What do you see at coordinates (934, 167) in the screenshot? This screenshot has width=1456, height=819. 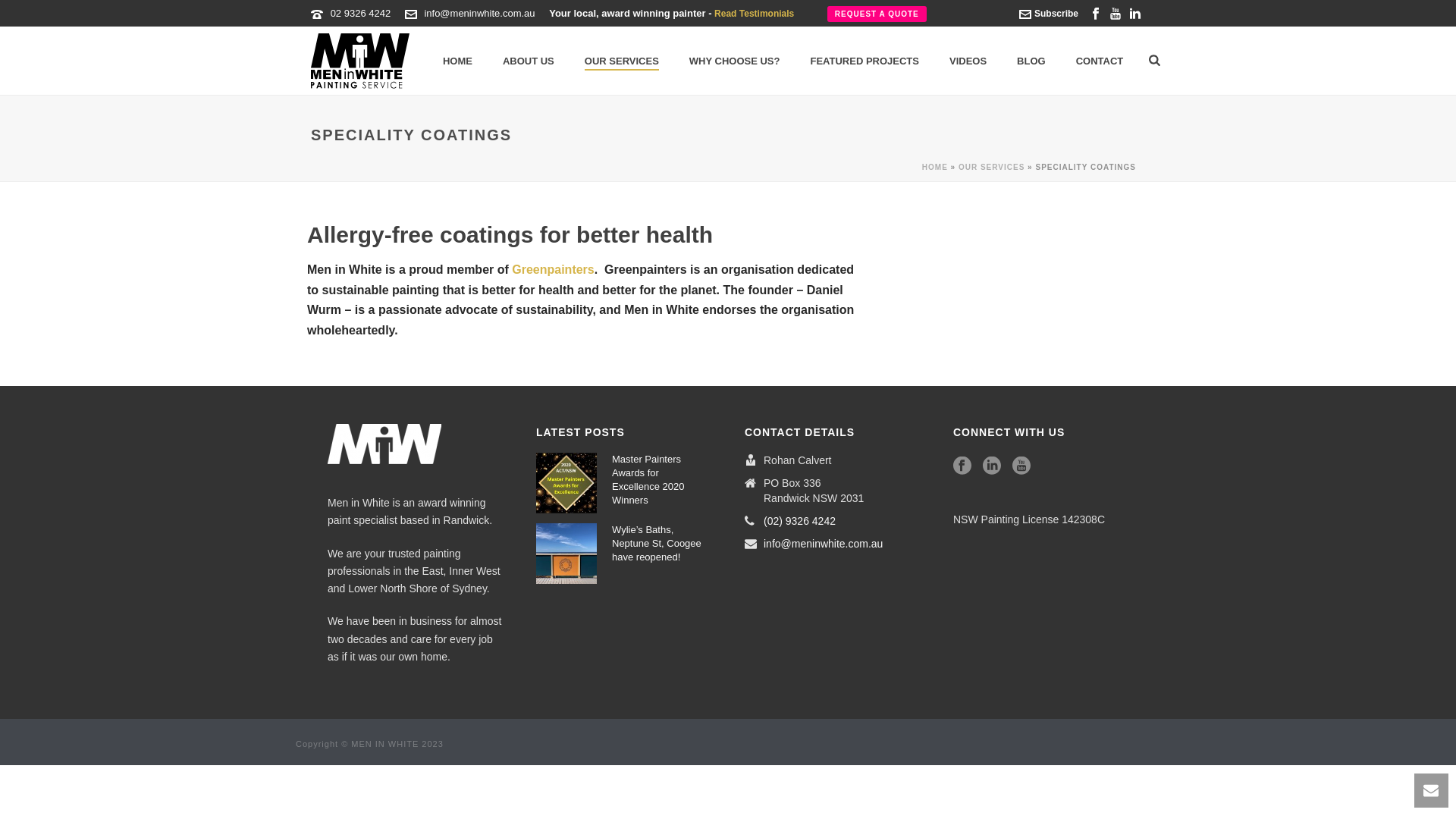 I see `'HOME'` at bounding box center [934, 167].